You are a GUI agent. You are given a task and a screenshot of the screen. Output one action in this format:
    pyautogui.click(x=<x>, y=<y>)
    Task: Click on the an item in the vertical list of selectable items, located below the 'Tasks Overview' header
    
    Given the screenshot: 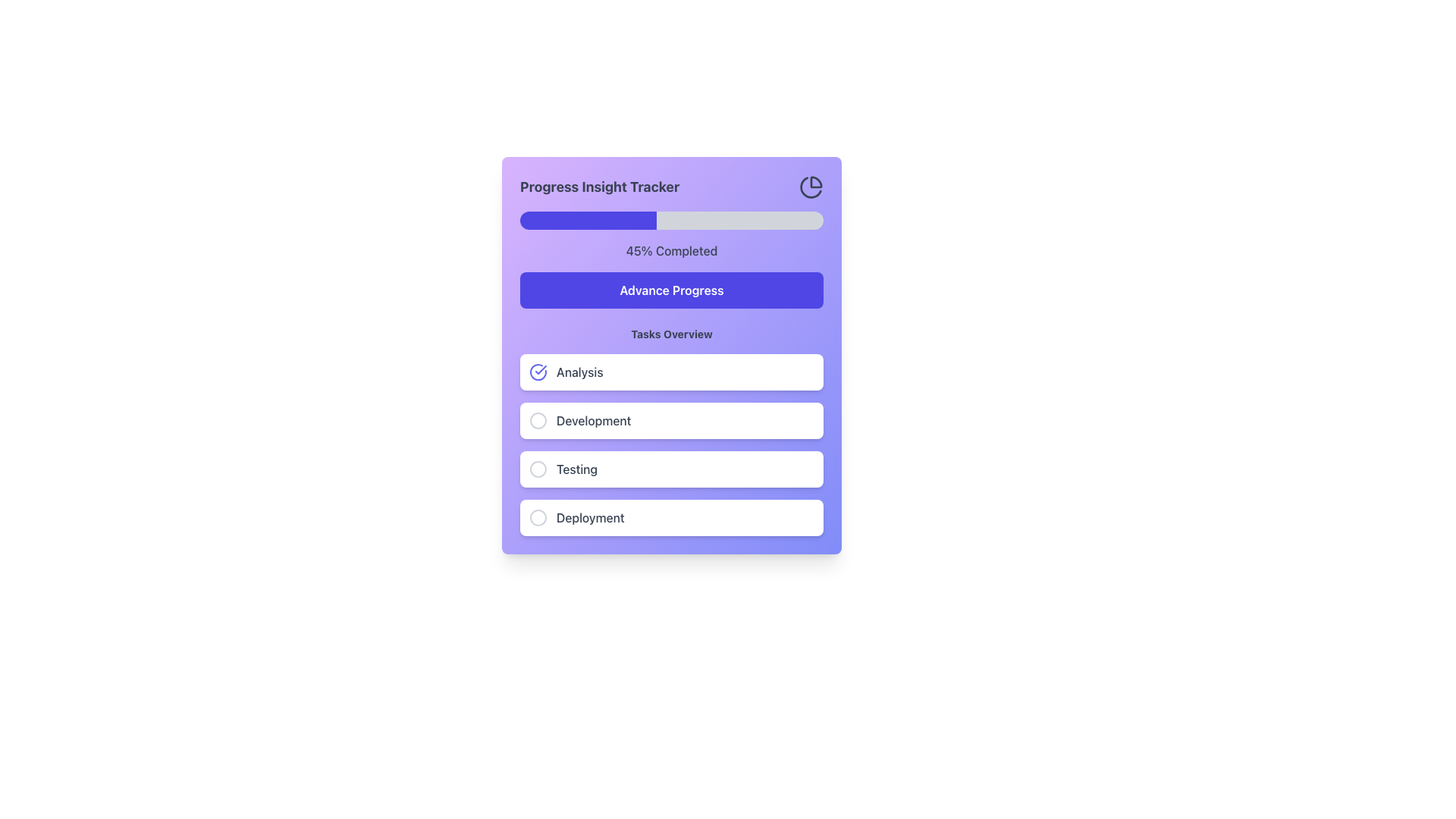 What is the action you would take?
    pyautogui.click(x=671, y=444)
    